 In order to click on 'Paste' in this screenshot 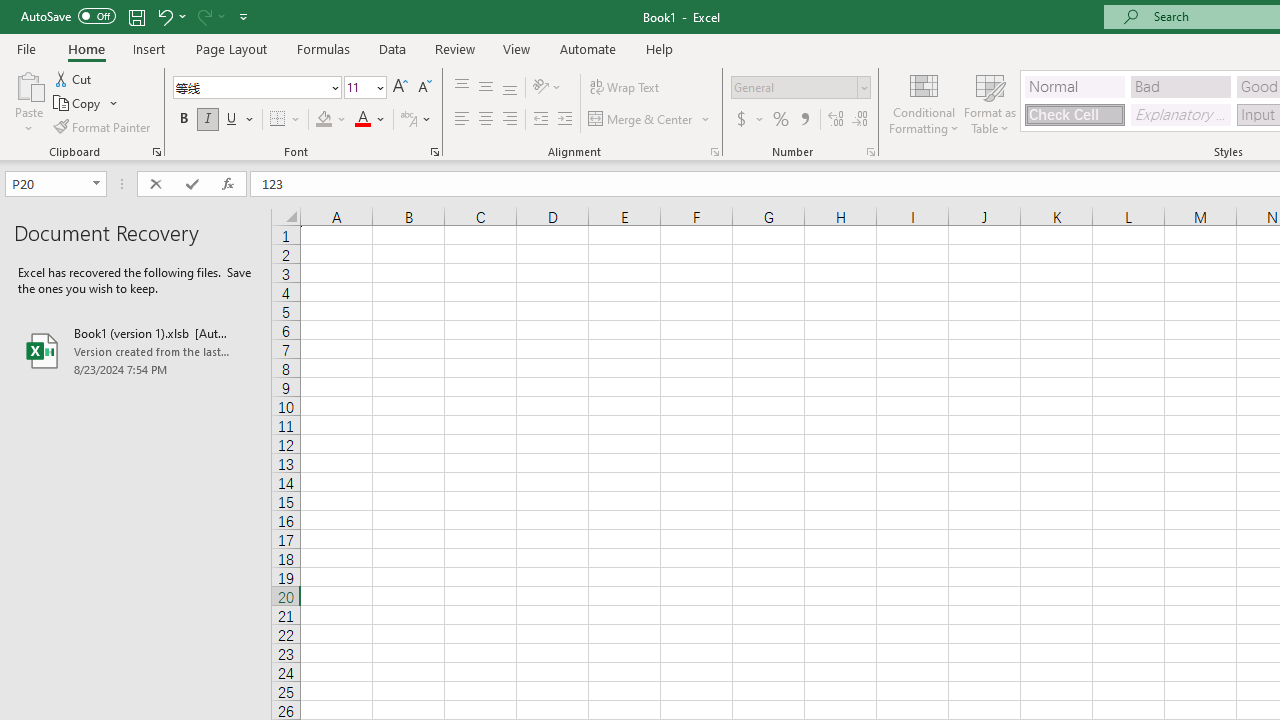, I will do `click(28, 103)`.